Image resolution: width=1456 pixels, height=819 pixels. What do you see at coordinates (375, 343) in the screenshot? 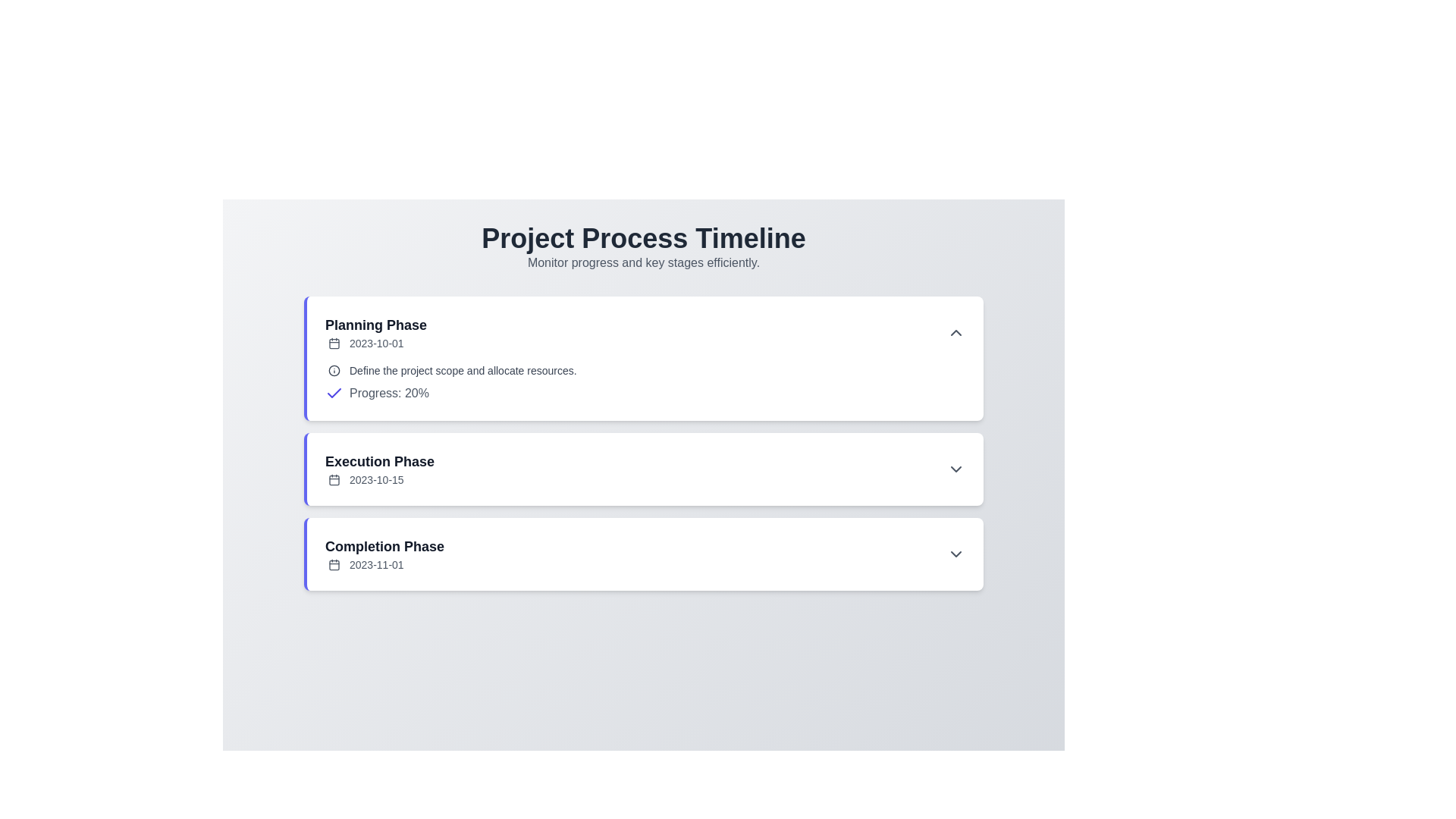
I see `the date element '2023-10-01' which is displayed alongside a calendar icon in the 'Planning Phase' section` at bounding box center [375, 343].